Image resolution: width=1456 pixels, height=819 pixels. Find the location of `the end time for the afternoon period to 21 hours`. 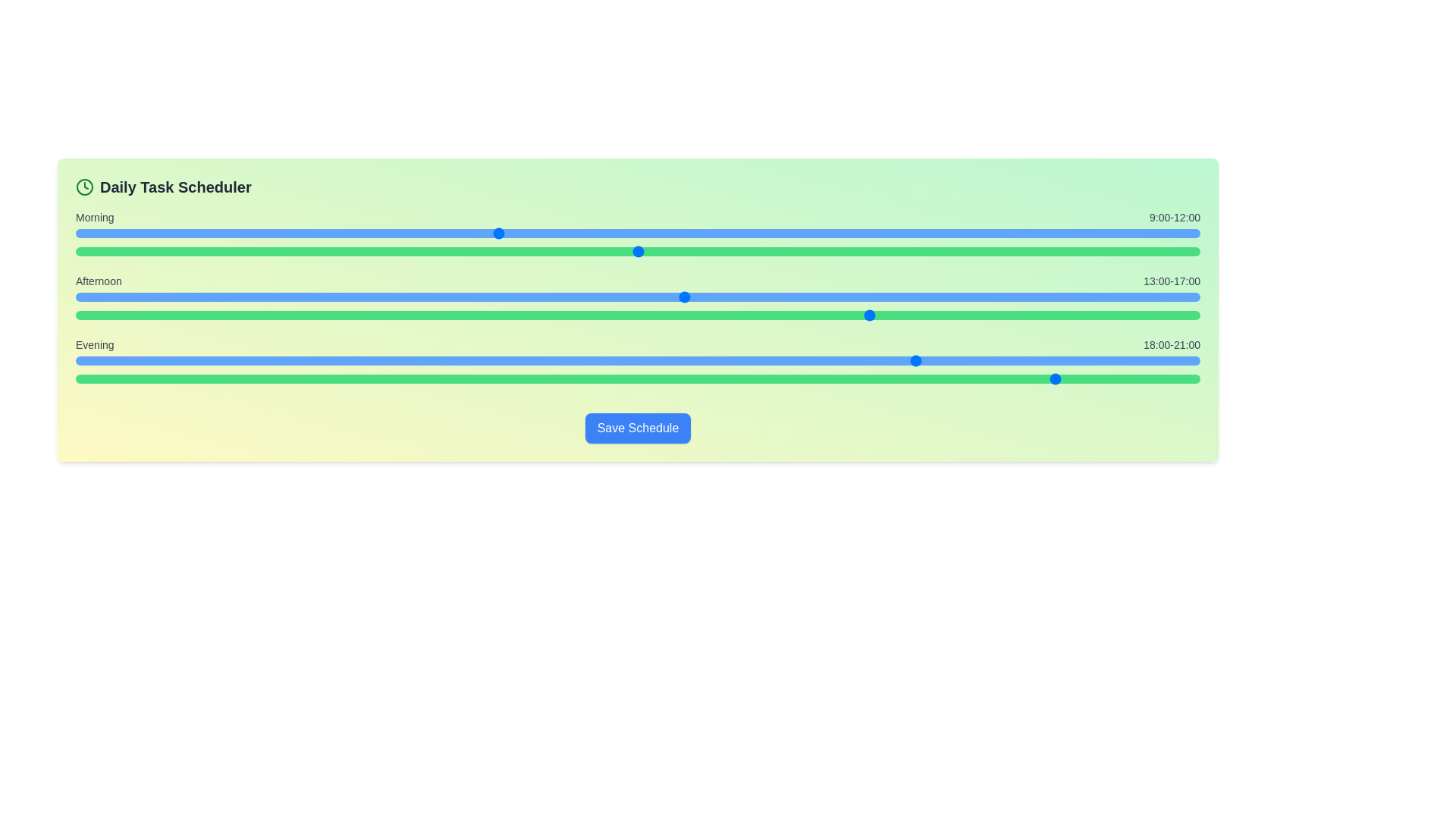

the end time for the afternoon period to 21 hours is located at coordinates (893, 315).